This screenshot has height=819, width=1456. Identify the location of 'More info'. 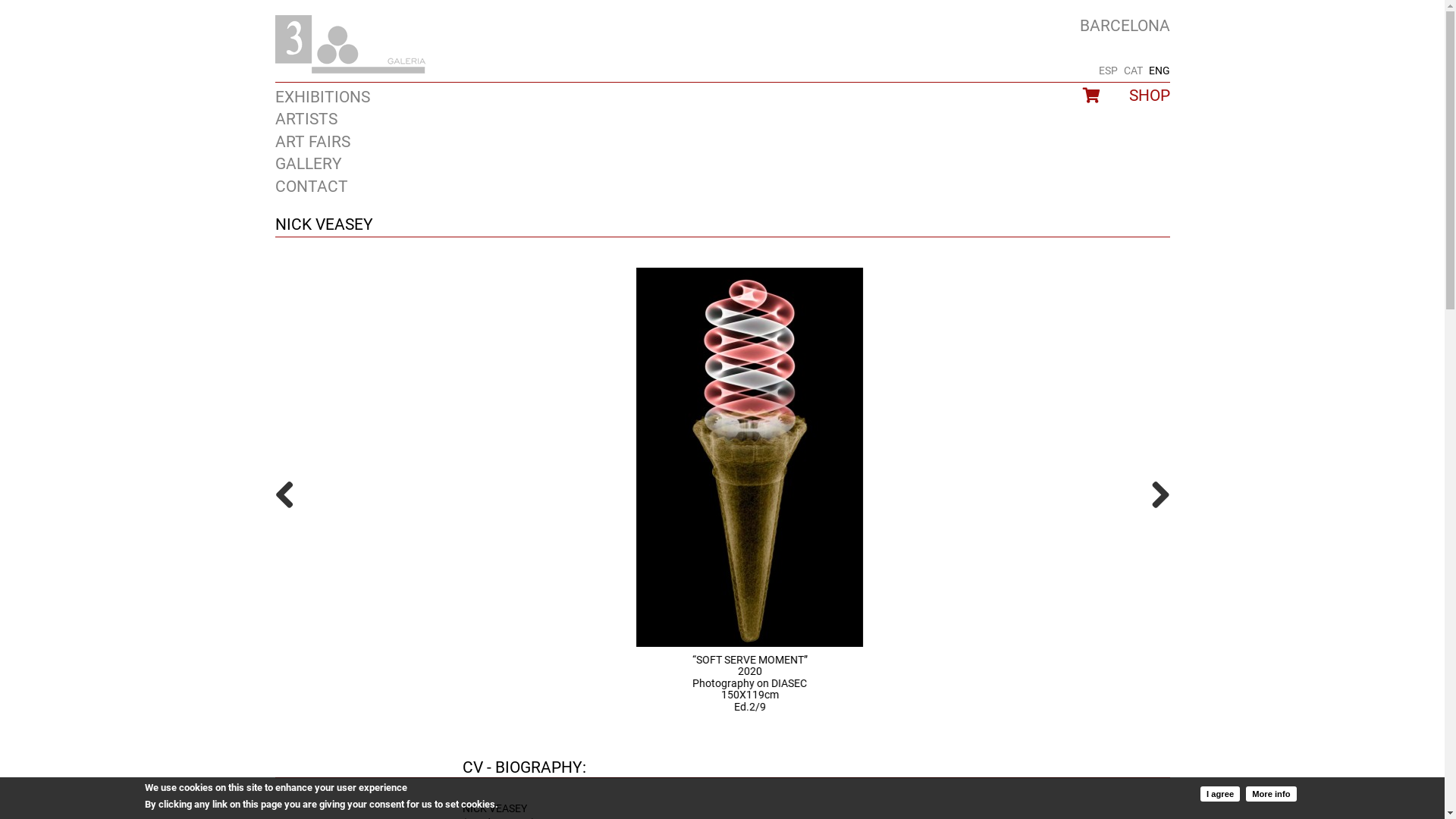
(1270, 792).